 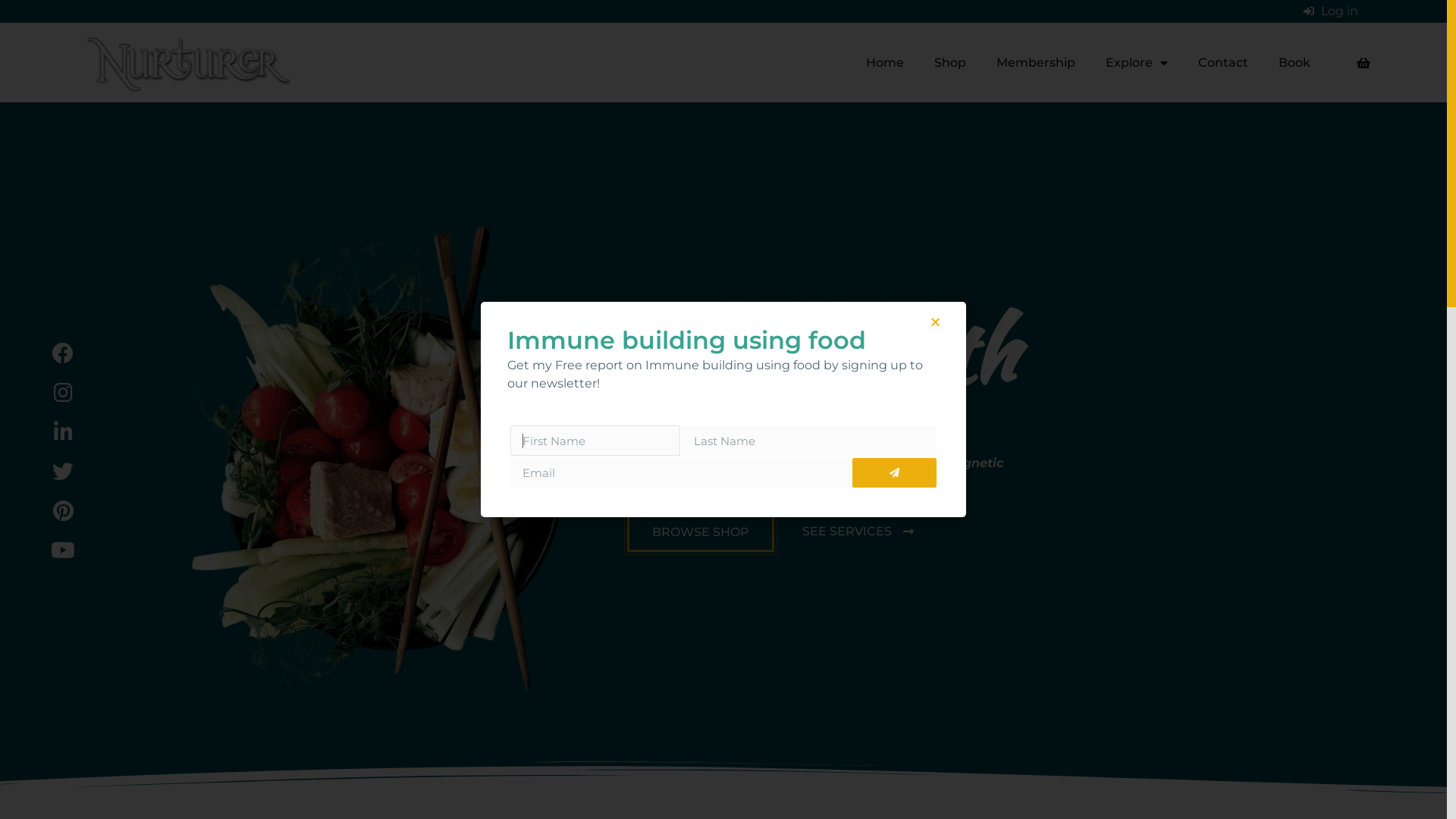 What do you see at coordinates (918, 62) in the screenshot?
I see `'Shop'` at bounding box center [918, 62].